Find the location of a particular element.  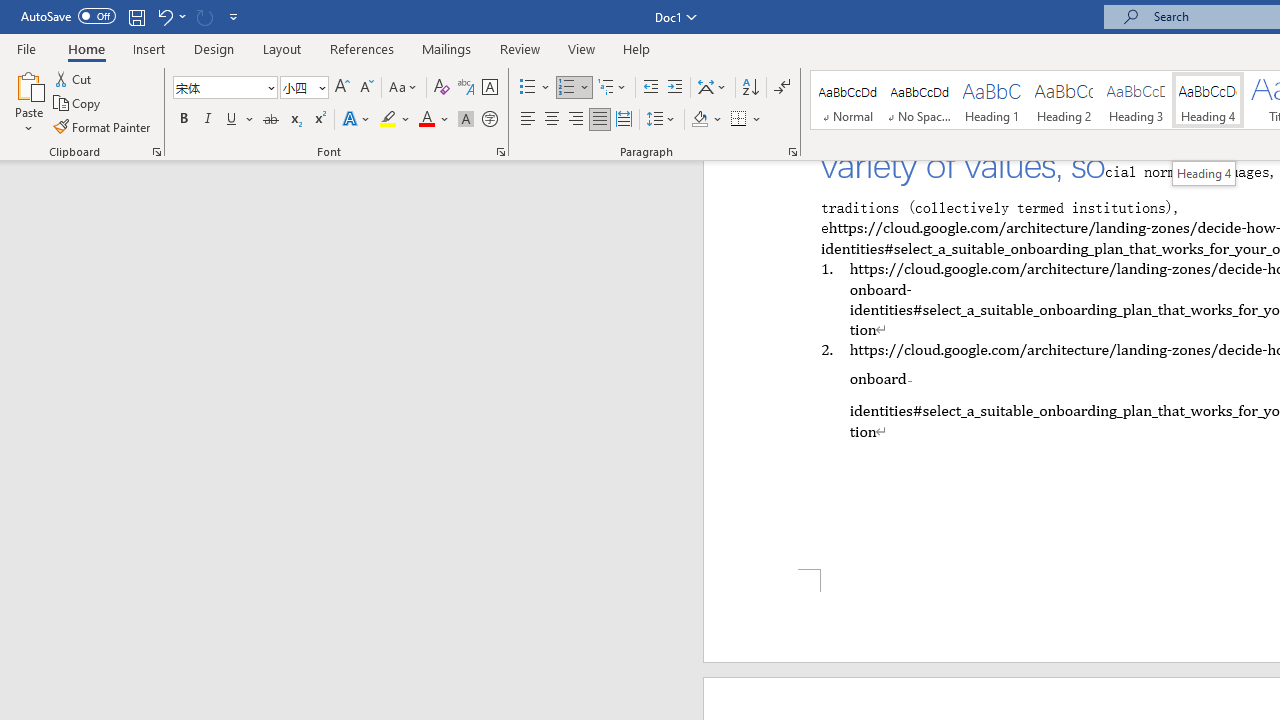

'Align Left' is located at coordinates (528, 119).